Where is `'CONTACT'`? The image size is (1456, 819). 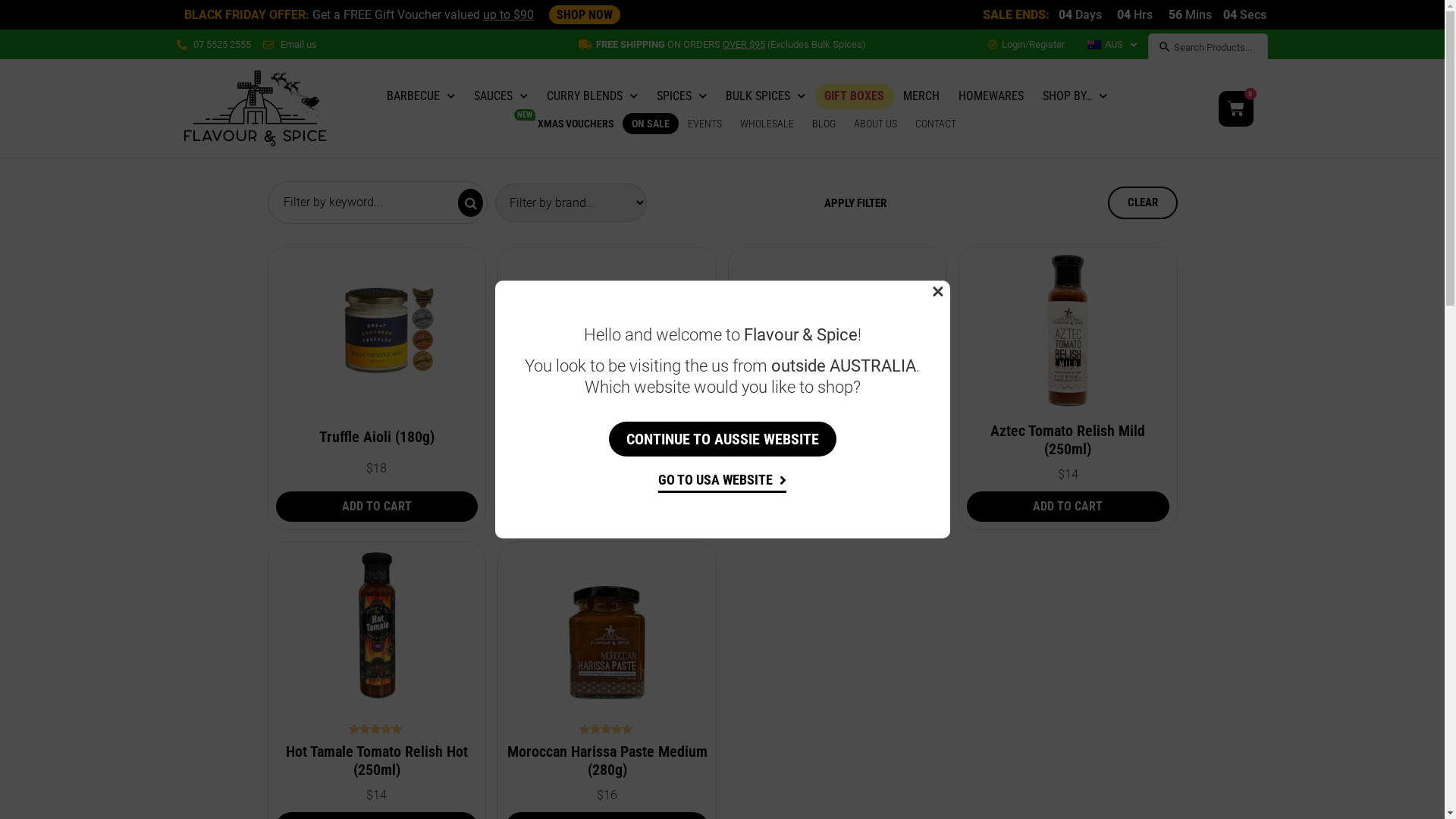 'CONTACT' is located at coordinates (934, 122).